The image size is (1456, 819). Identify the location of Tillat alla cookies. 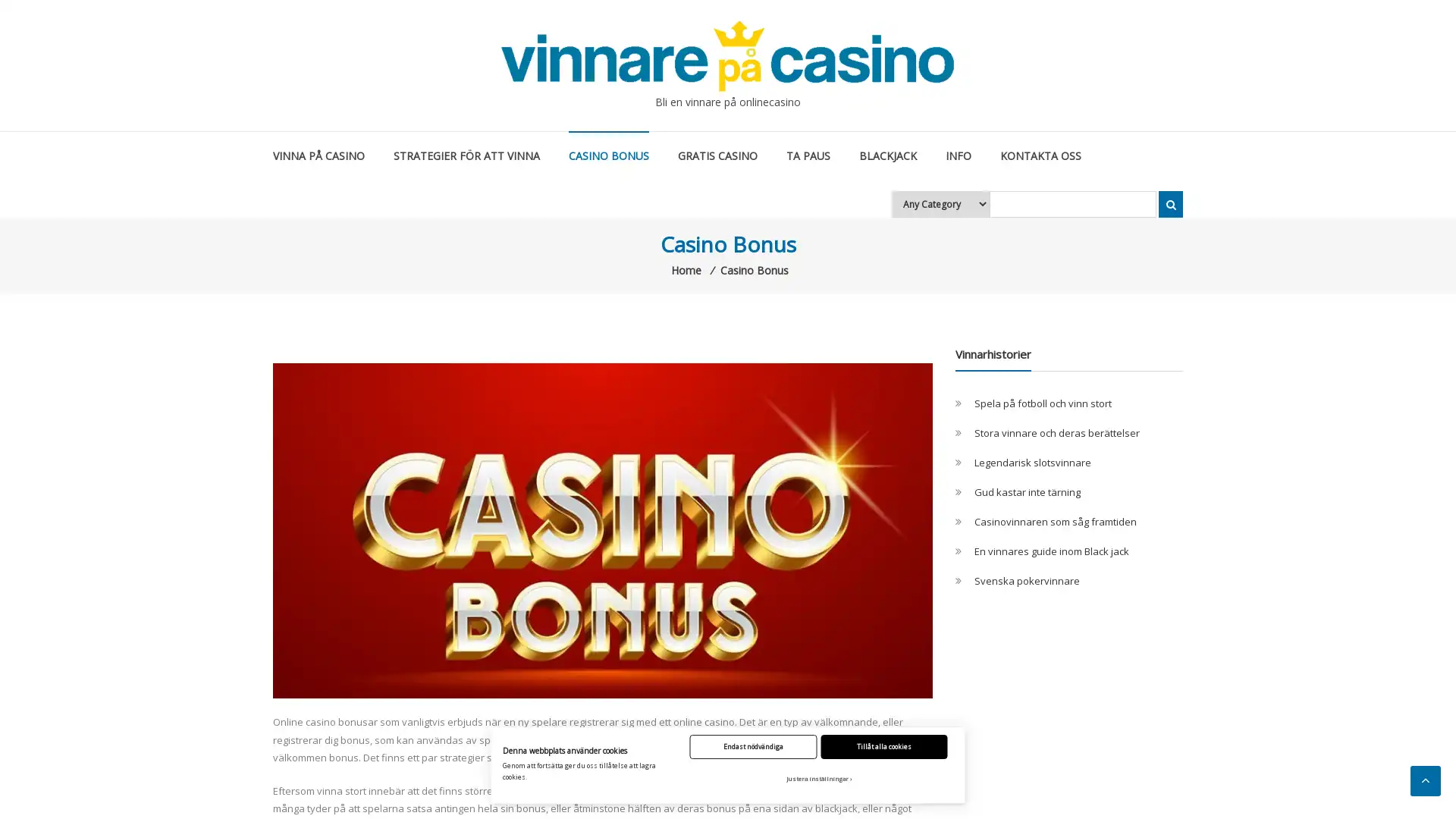
(883, 745).